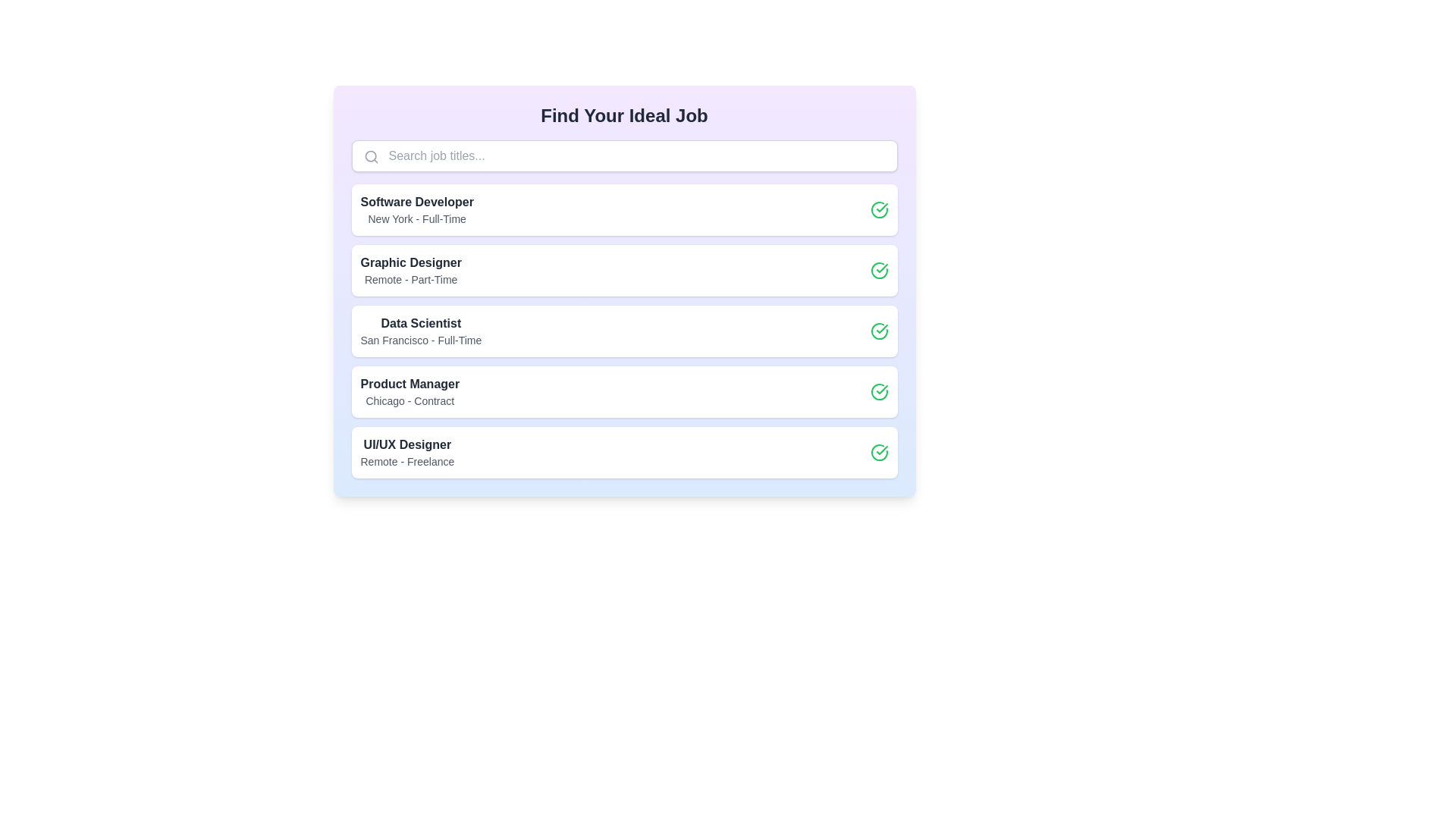 This screenshot has width=1456, height=819. I want to click on the text element displaying 'UI/UX Designer' within a rounded white card at the bottom of the job postings list, so click(407, 452).